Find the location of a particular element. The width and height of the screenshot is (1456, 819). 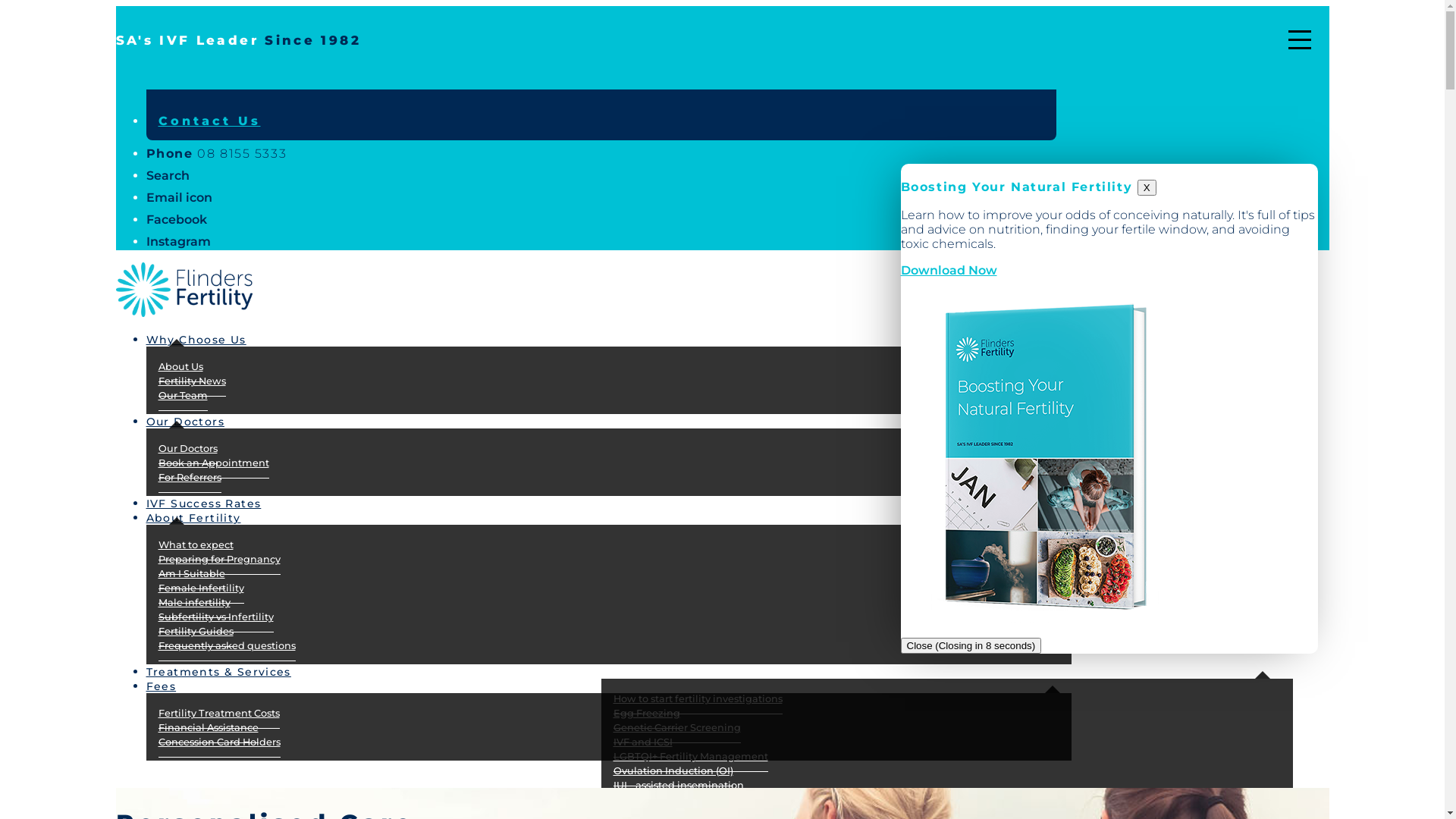

'Facebook' is located at coordinates (175, 219).